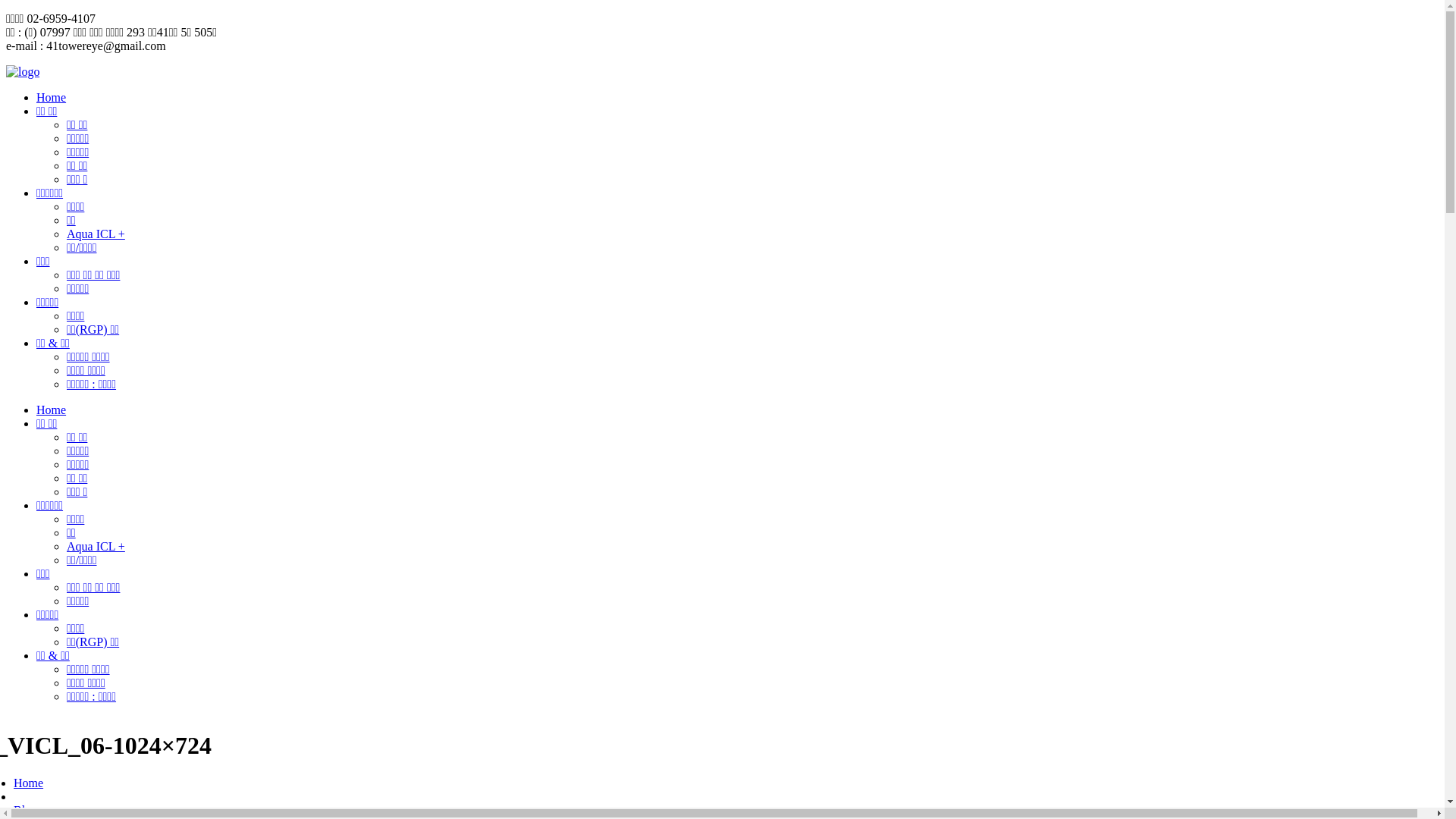  Describe the element at coordinates (51, 97) in the screenshot. I see `'Home'` at that location.